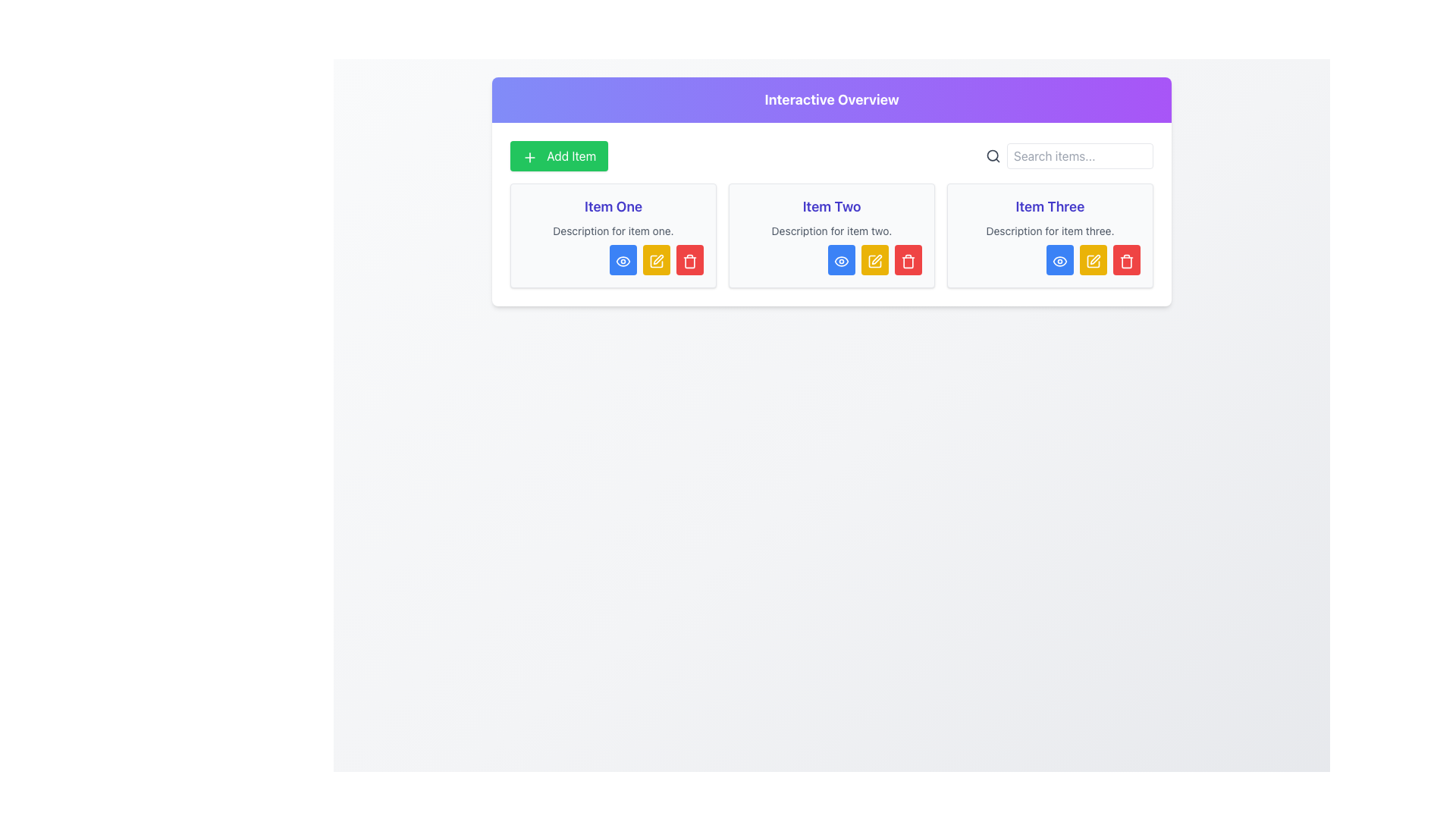 The height and width of the screenshot is (819, 1456). What do you see at coordinates (530, 157) in the screenshot?
I see `the plus icon within the green 'Add Item' button to trigger any hover effects` at bounding box center [530, 157].